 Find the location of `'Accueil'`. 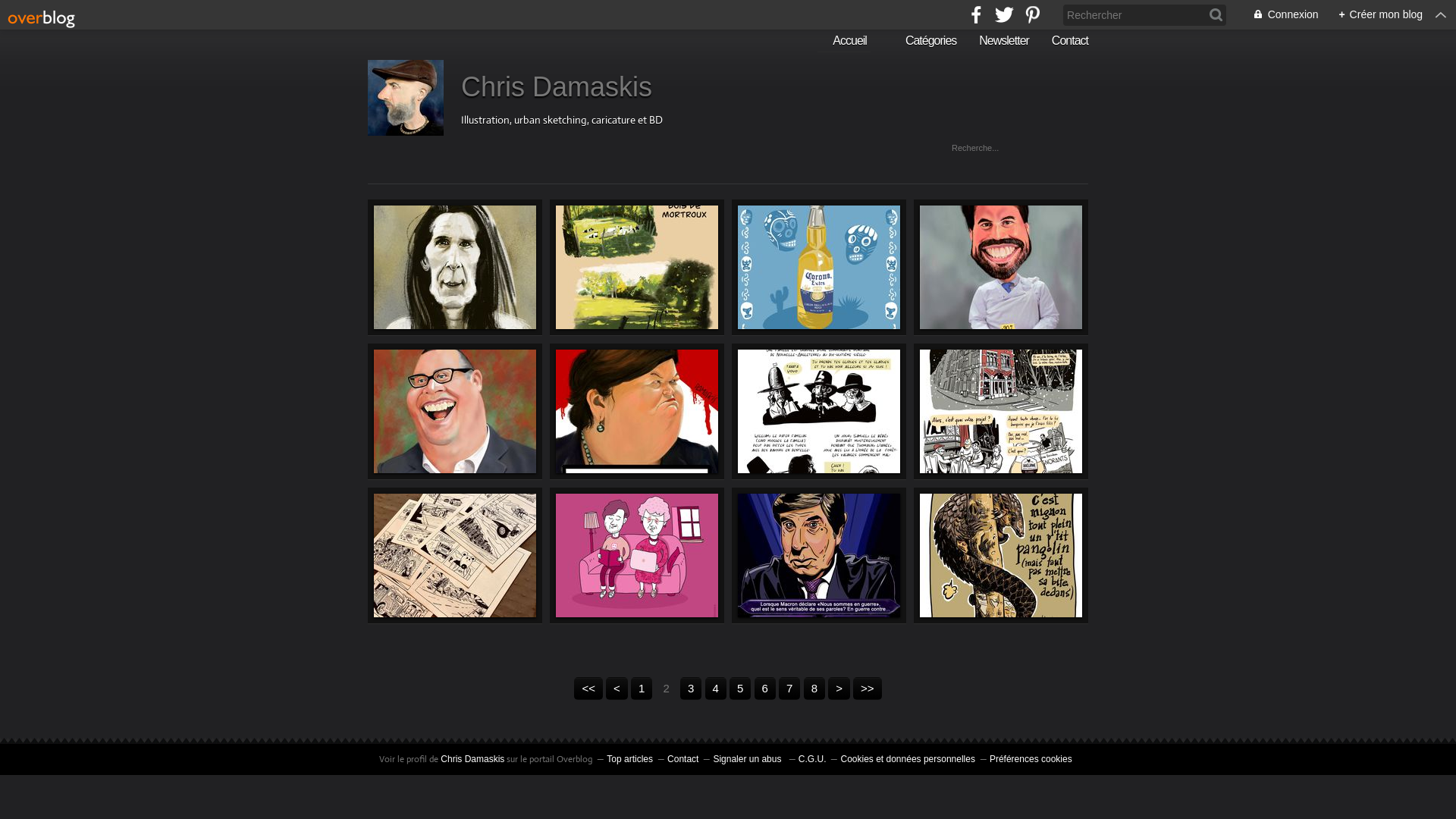

'Accueil' is located at coordinates (843, 40).